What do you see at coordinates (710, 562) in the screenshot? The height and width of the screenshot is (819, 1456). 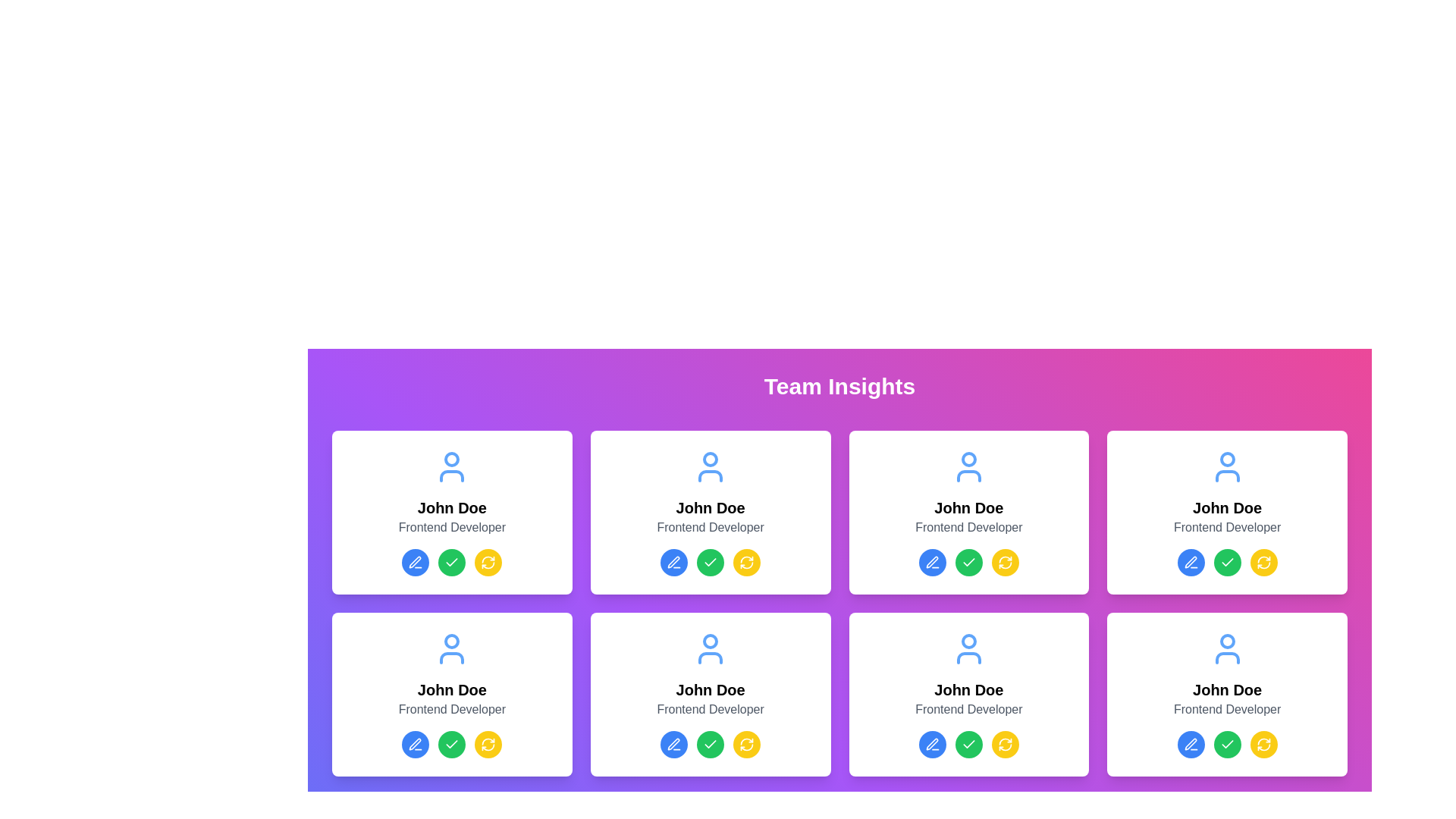 I see `the checkmark icon with a green background located in the first row, second column of action icons under 'John Doe's profile card labeled 'Frontend Developer'` at bounding box center [710, 562].